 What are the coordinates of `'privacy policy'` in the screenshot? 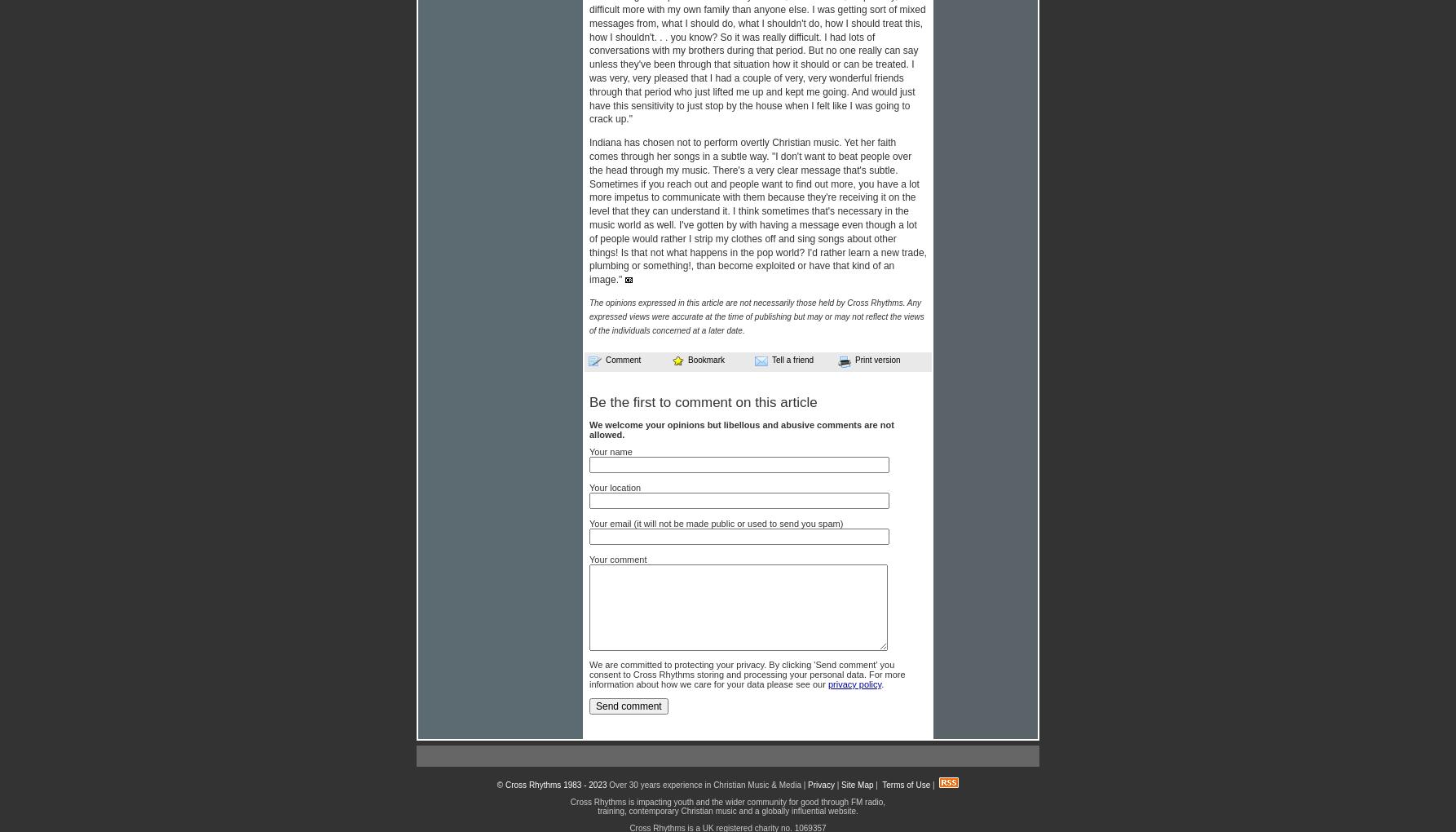 It's located at (854, 684).